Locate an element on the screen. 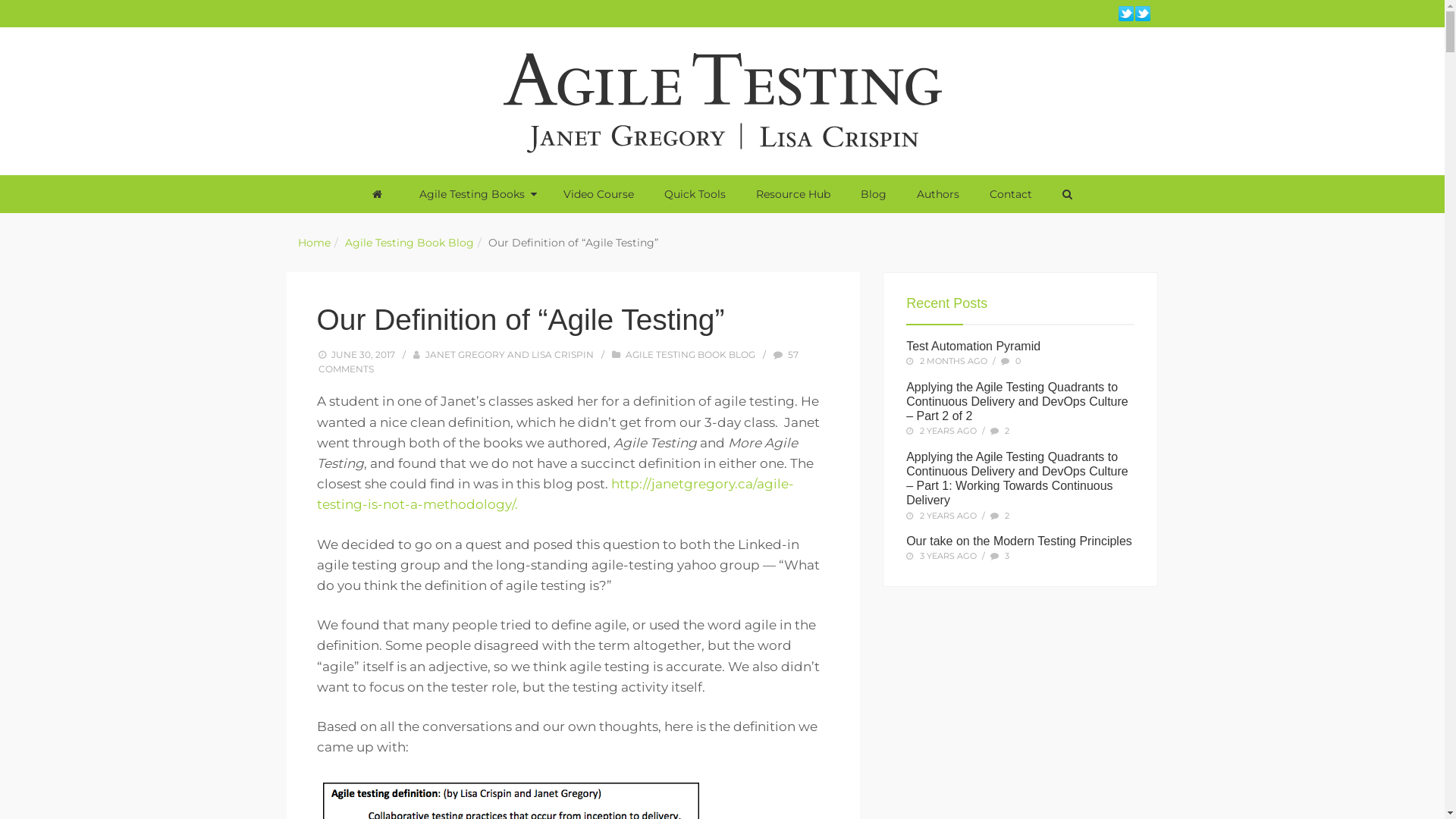  'Twitter | Janet Gregory' is located at coordinates (1142, 14).